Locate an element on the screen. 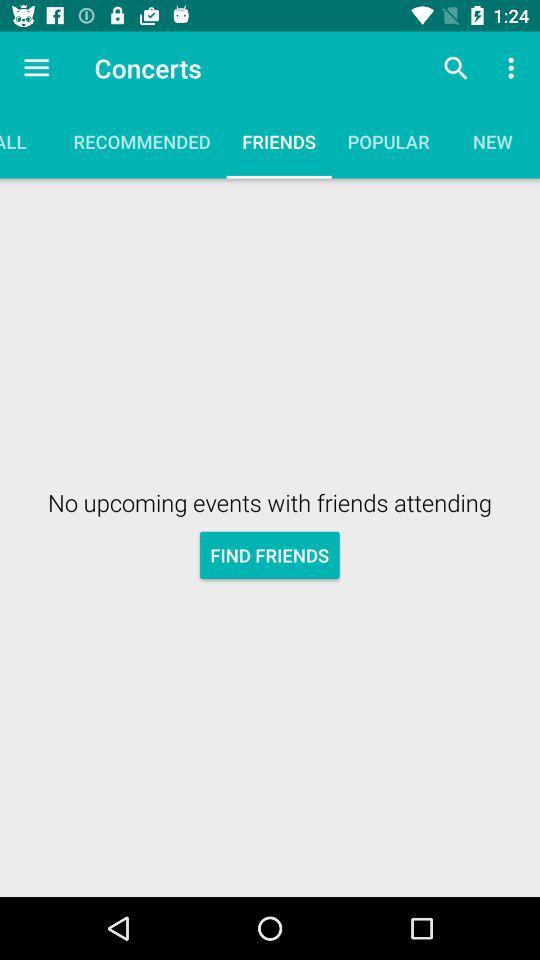 The height and width of the screenshot is (960, 540). the item above new is located at coordinates (513, 68).